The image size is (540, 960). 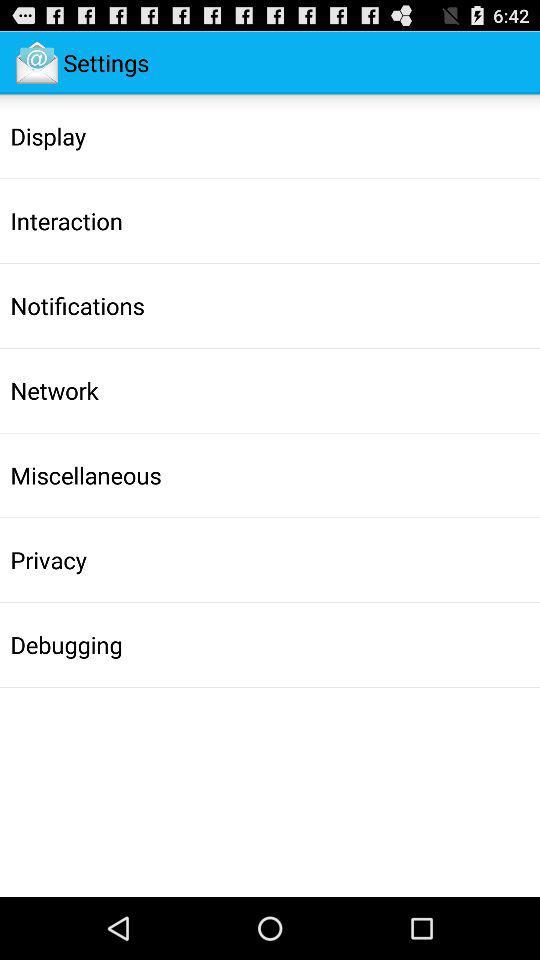 What do you see at coordinates (48, 135) in the screenshot?
I see `display item` at bounding box center [48, 135].